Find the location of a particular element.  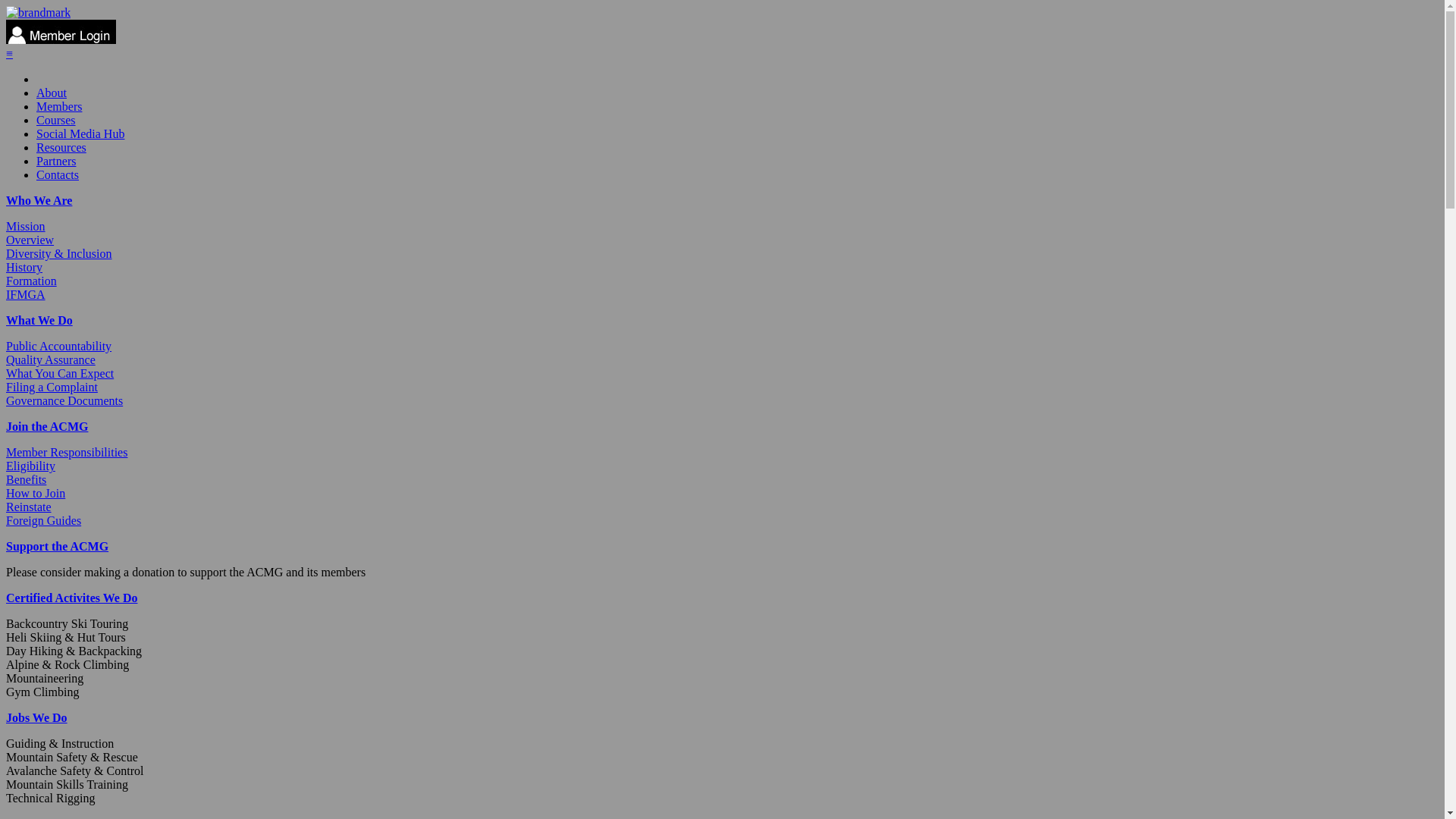

'Member Responsibilities' is located at coordinates (65, 451).